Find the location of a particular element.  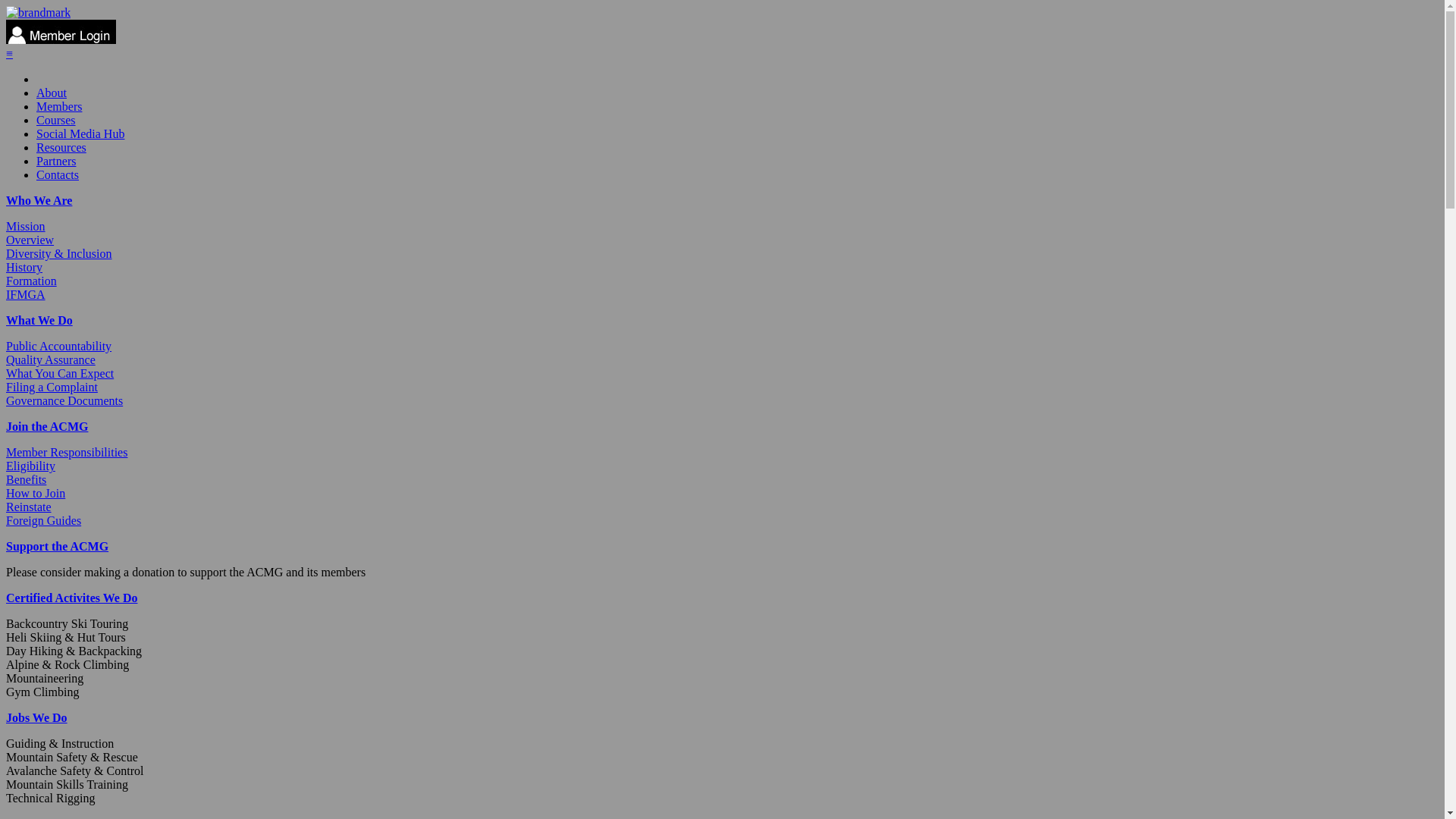

'Member Responsibilities' is located at coordinates (65, 451).